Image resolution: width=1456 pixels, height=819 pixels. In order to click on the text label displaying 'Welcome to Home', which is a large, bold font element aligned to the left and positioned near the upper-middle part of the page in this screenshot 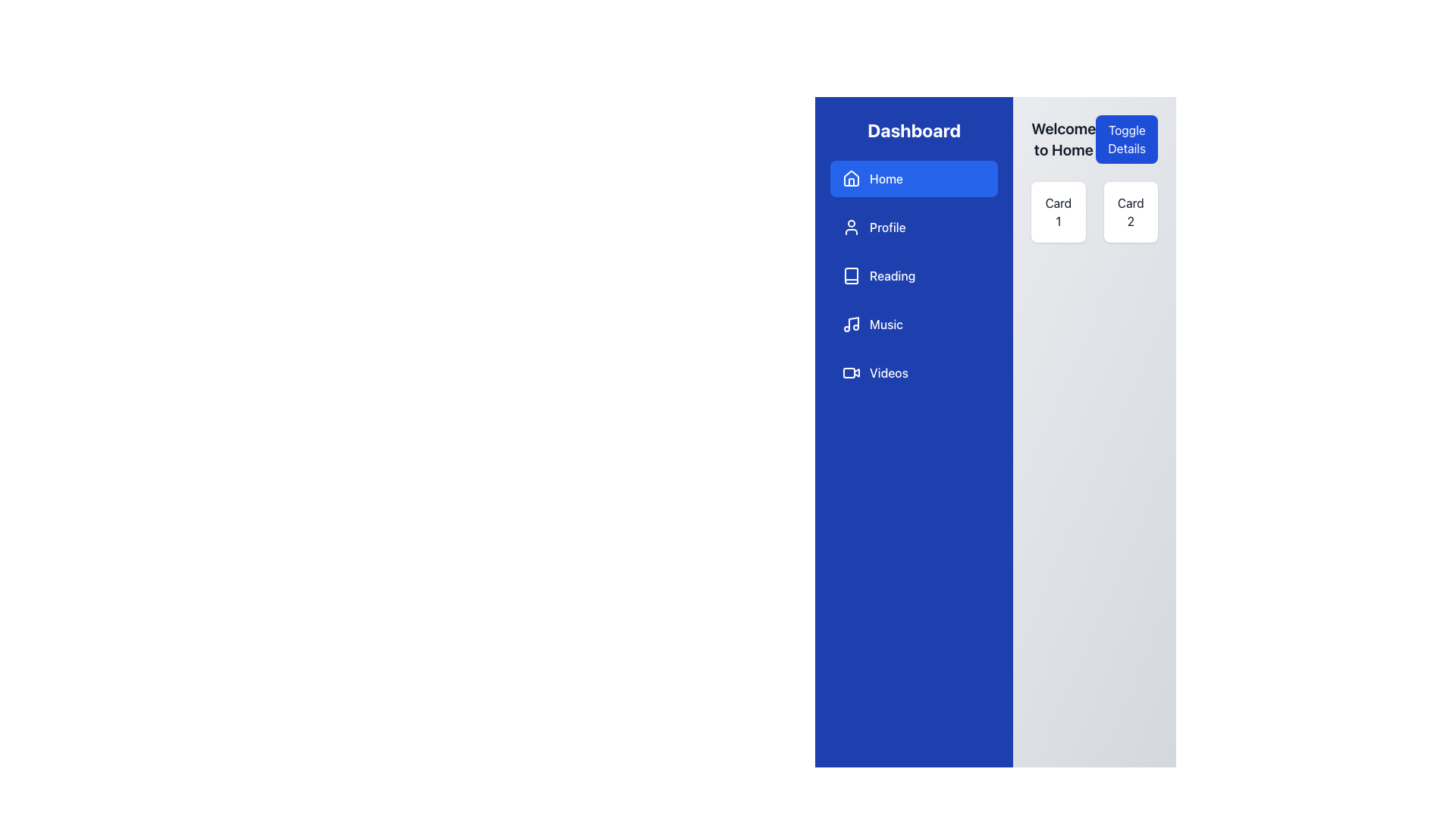, I will do `click(1062, 140)`.